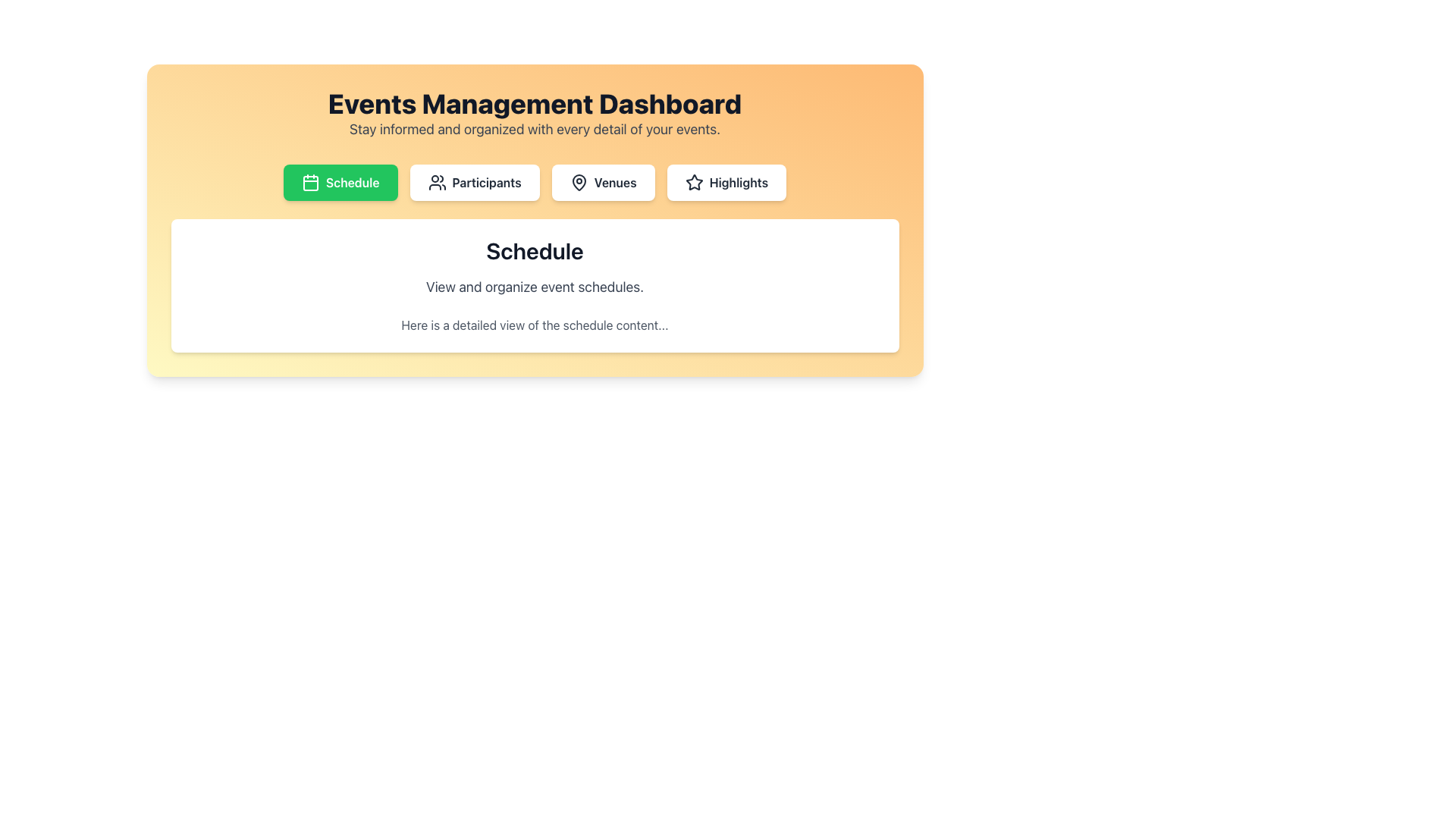 This screenshot has width=1456, height=819. I want to click on the decorative SVG element that is part of the calendar icon within the 'Schedule' button, located on the leftmost side of the row of buttons under the 'Events Management Dashboard' heading, so click(309, 183).